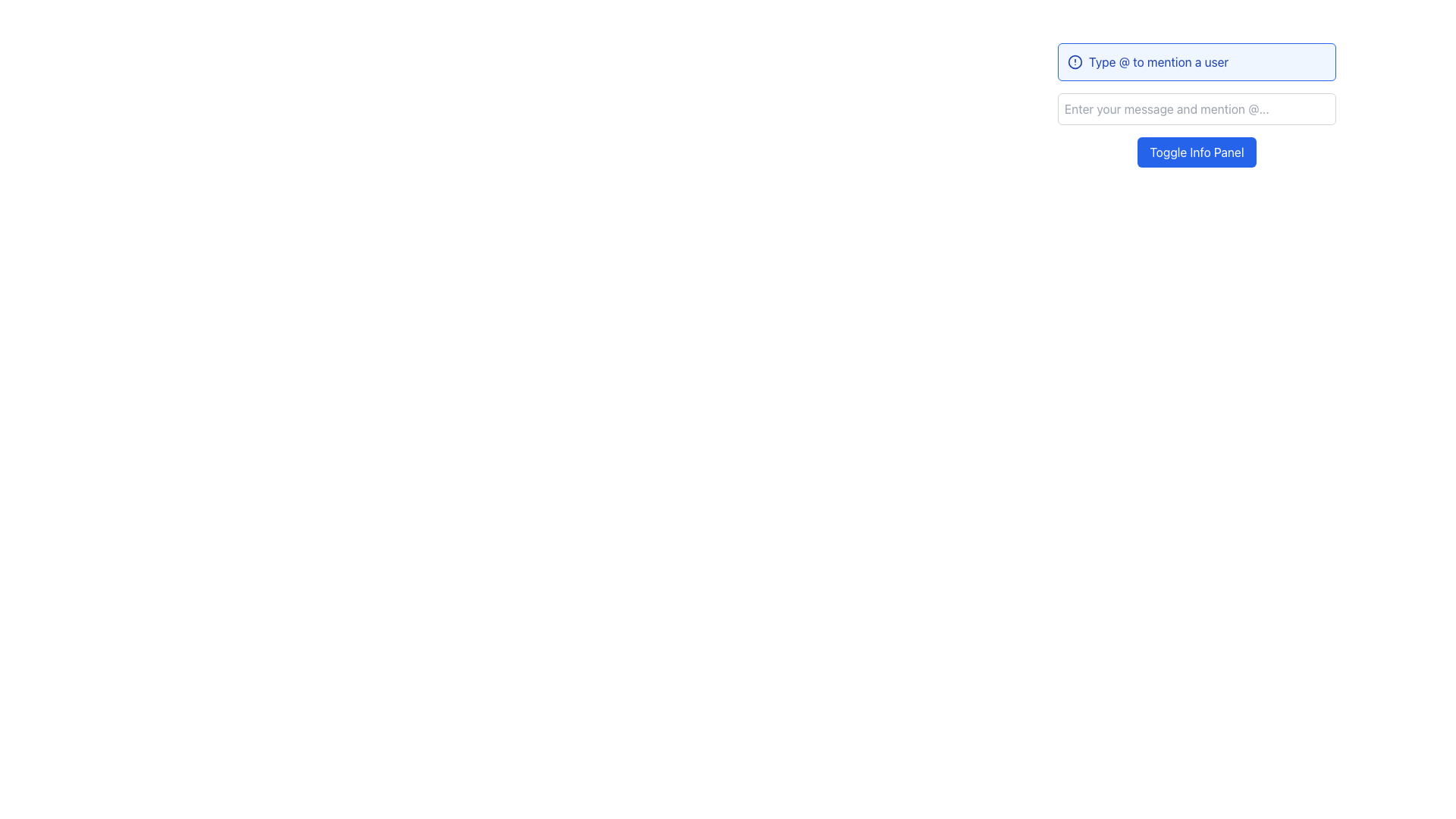 This screenshot has width=1456, height=819. I want to click on the decorative SVG Circle that serves as the base of a warning or alert icon, located near the top-left corner of the input box labeled 'Type @ to mention a user', so click(1074, 61).